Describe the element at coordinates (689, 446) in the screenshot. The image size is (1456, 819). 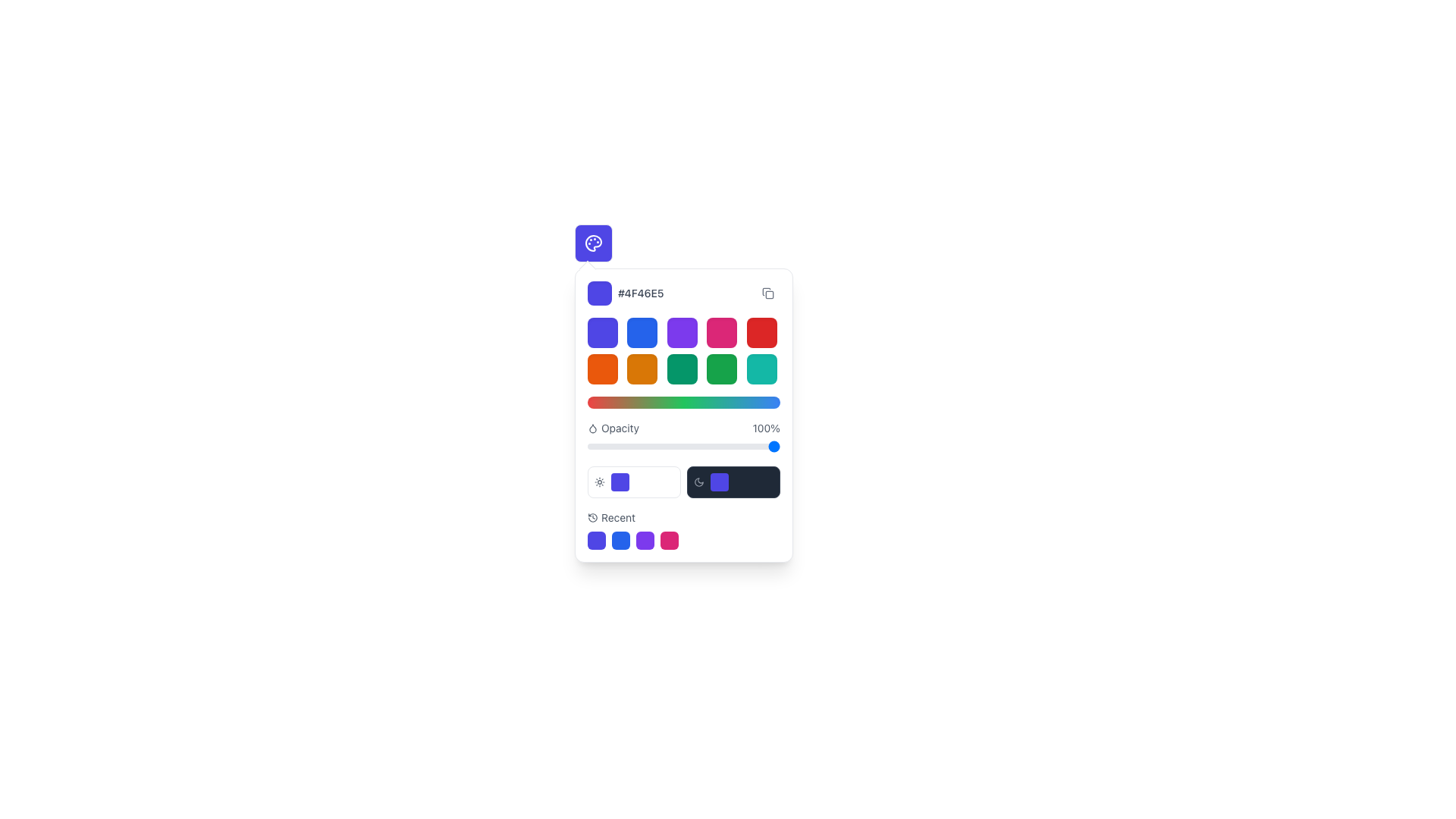
I see `the opacity slider` at that location.